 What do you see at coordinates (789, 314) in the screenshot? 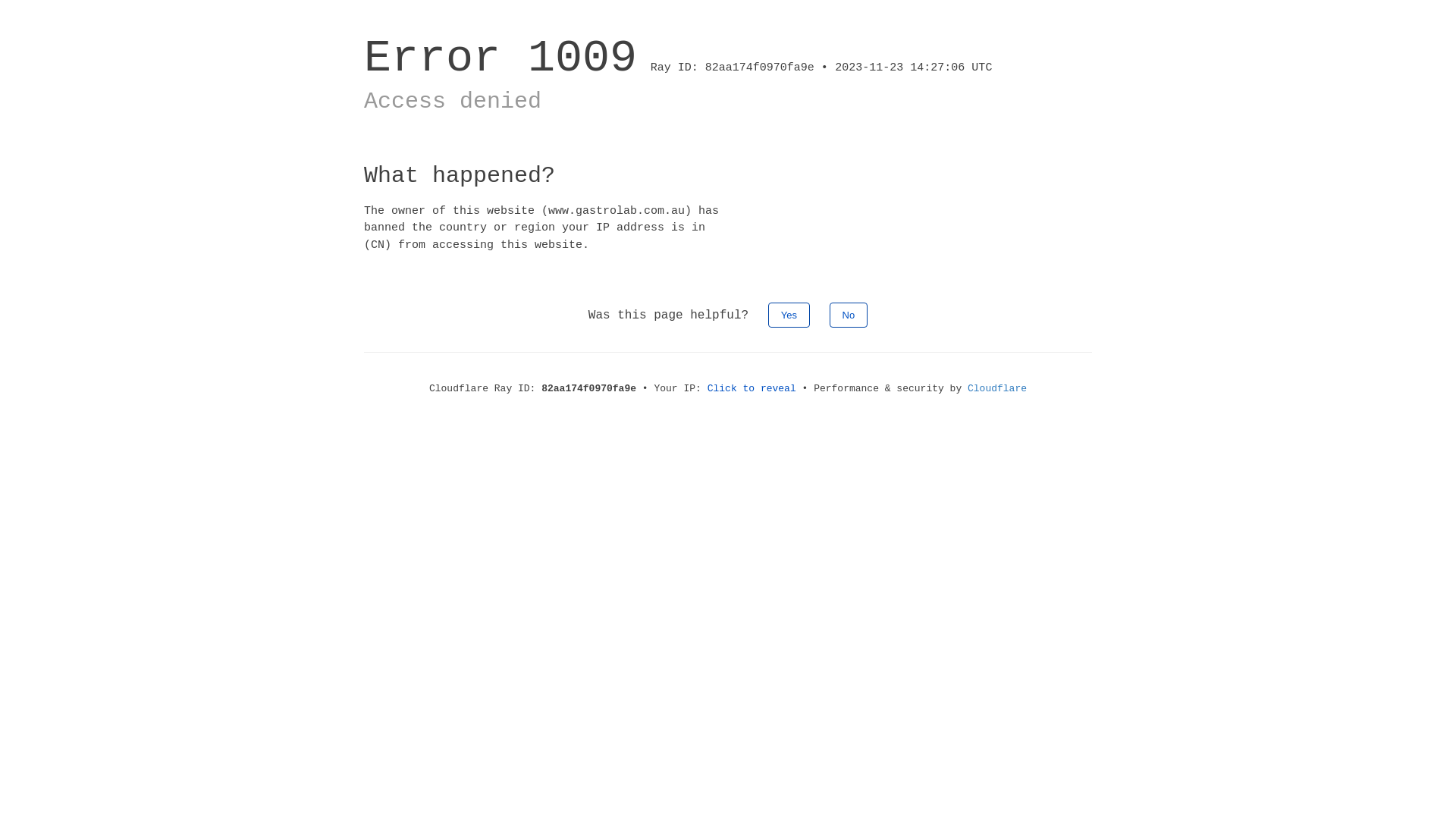
I see `'Yes'` at bounding box center [789, 314].